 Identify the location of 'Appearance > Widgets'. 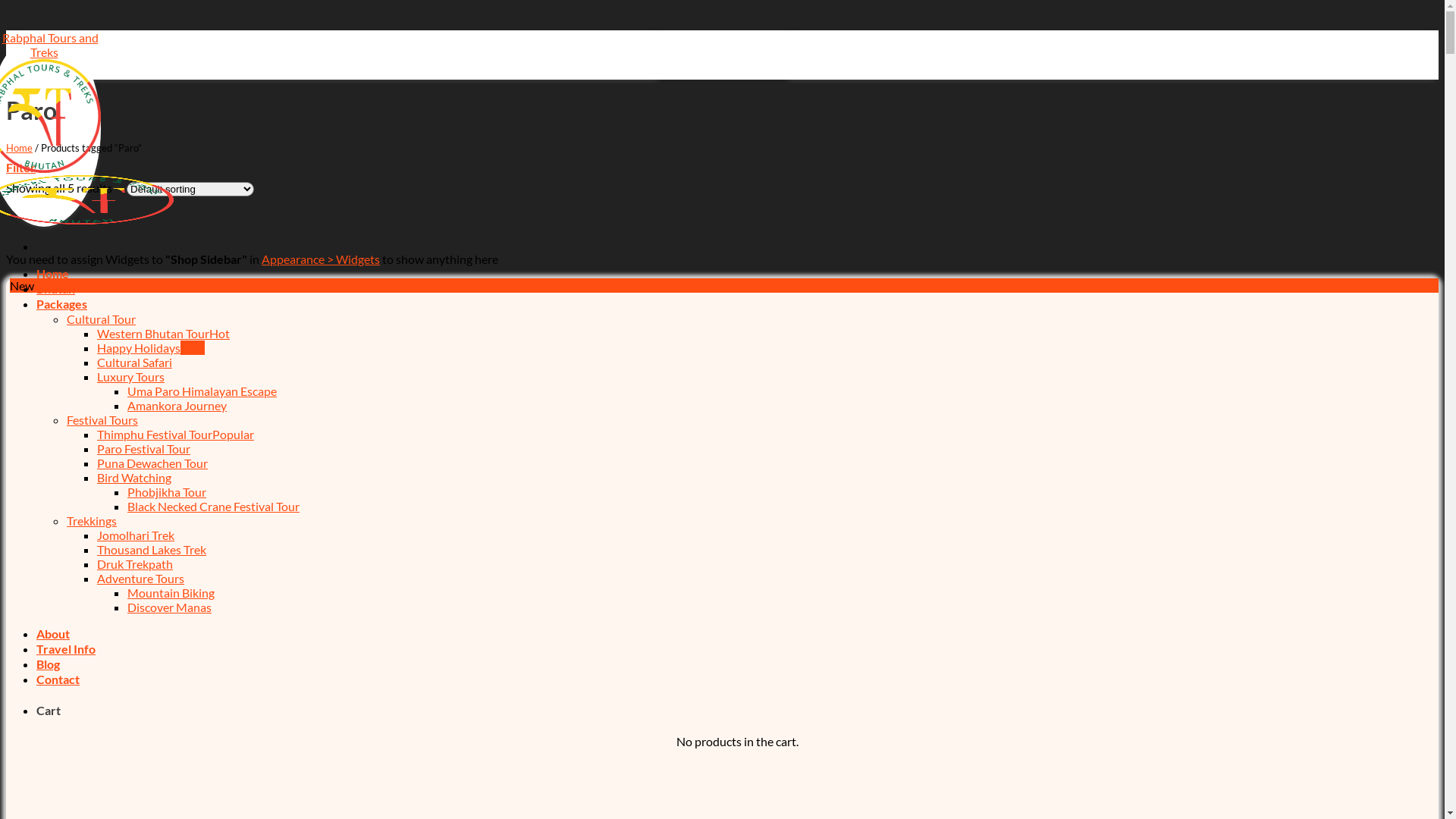
(319, 258).